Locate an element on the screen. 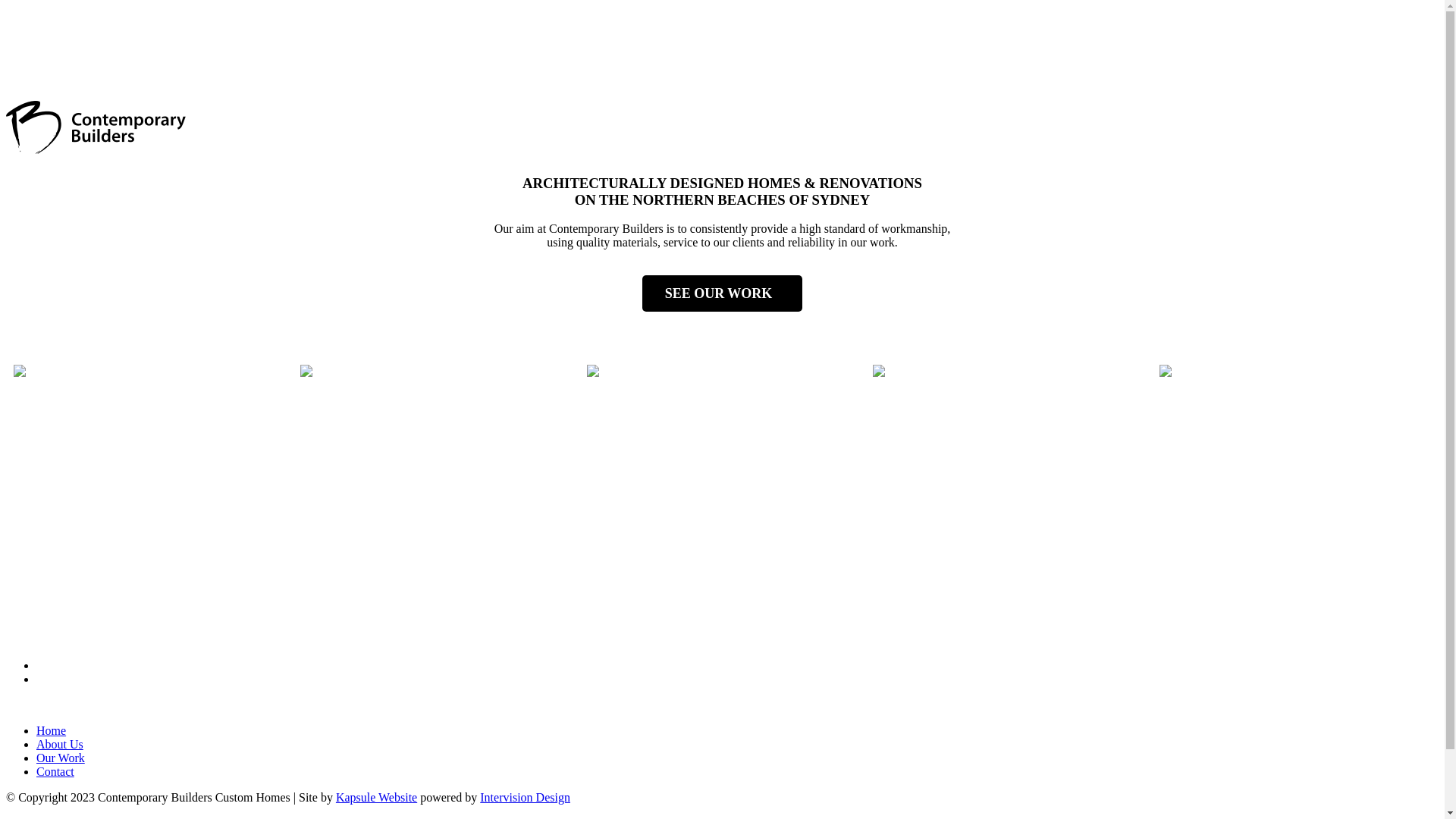 Image resolution: width=1456 pixels, height=819 pixels. 'Contact' is located at coordinates (55, 771).